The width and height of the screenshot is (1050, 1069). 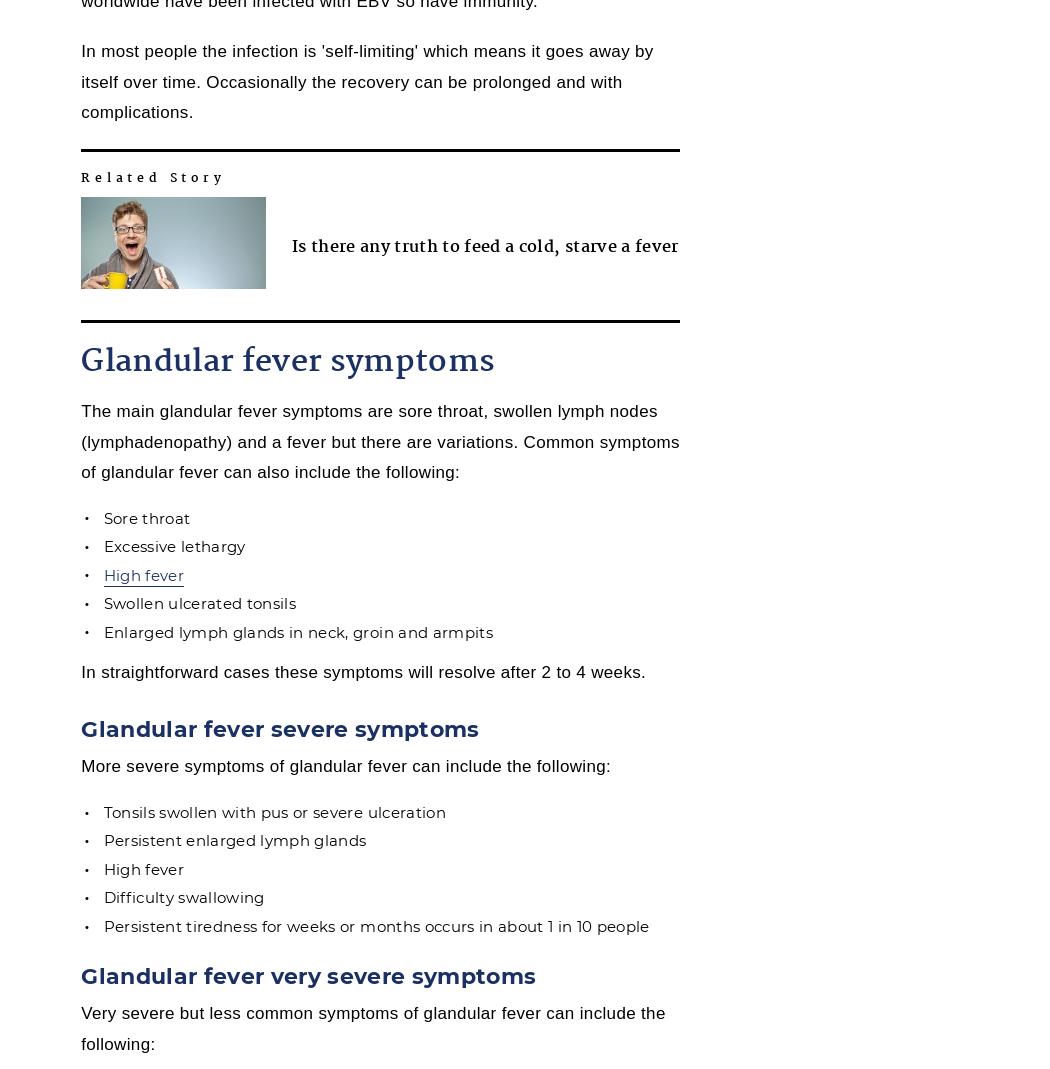 What do you see at coordinates (173, 546) in the screenshot?
I see `'Excessive lethargy'` at bounding box center [173, 546].